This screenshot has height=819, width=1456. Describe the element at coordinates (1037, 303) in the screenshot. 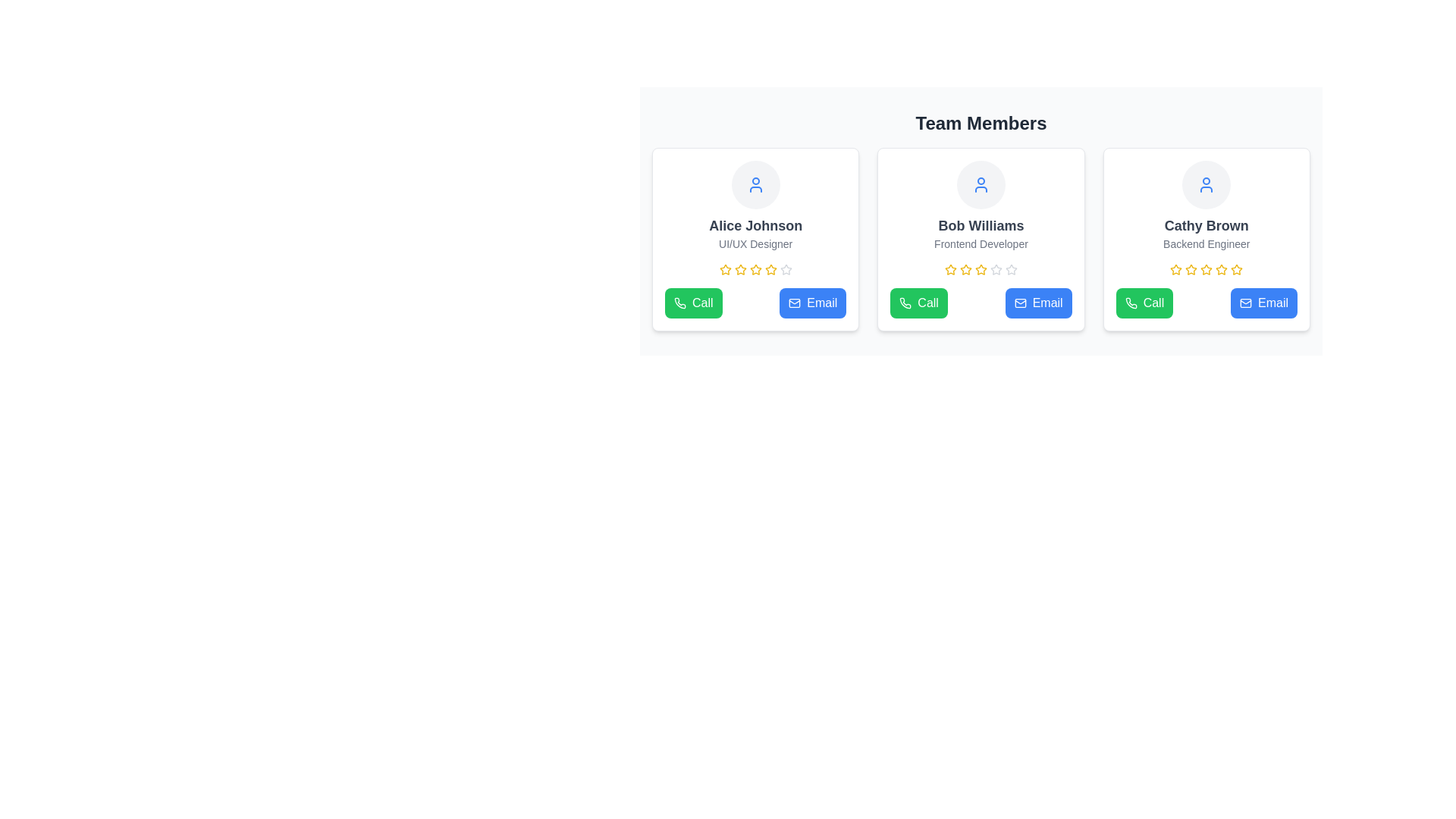

I see `the blue rectangular button labeled 'Email' with an envelope icon to the left to initiate an email action` at that location.